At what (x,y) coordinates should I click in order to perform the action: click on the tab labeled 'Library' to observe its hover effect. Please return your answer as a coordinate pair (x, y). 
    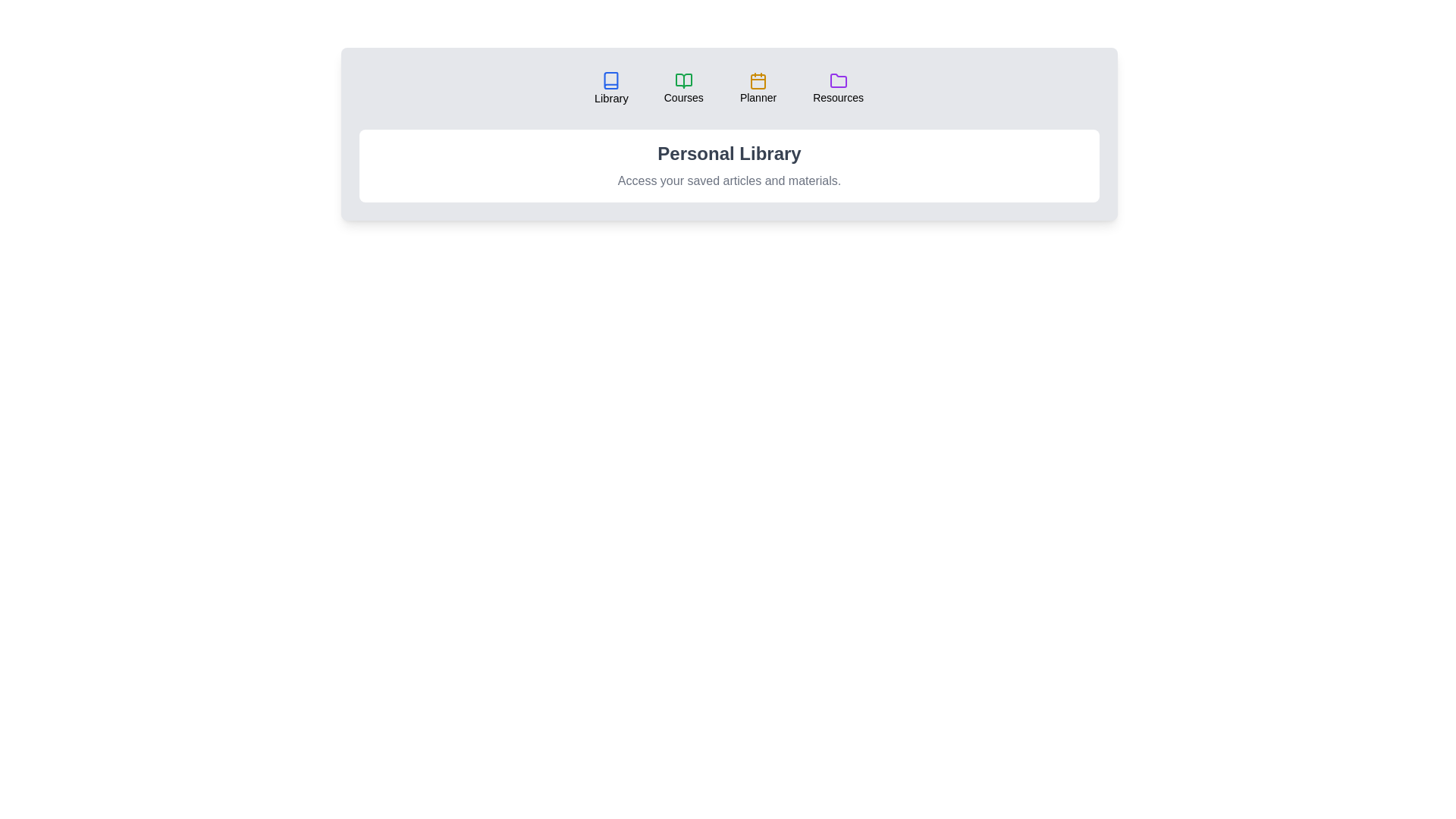
    Looking at the image, I should click on (611, 88).